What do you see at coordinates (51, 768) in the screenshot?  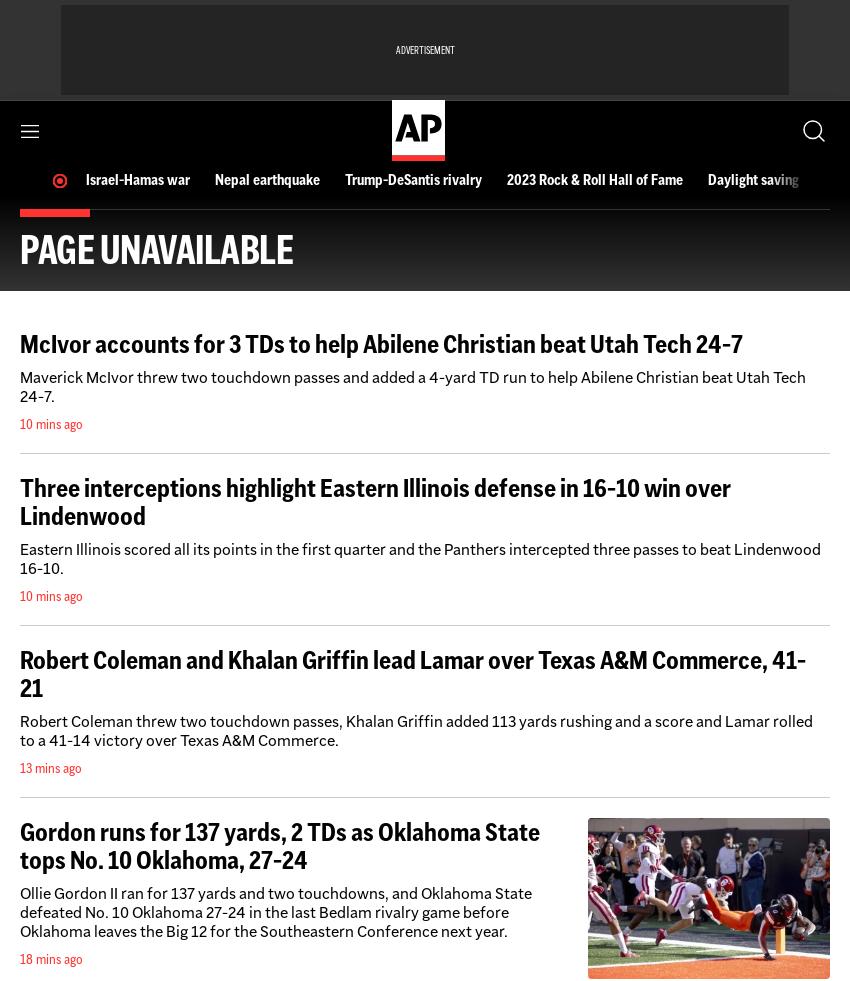 I see `'13 mins ago'` at bounding box center [51, 768].